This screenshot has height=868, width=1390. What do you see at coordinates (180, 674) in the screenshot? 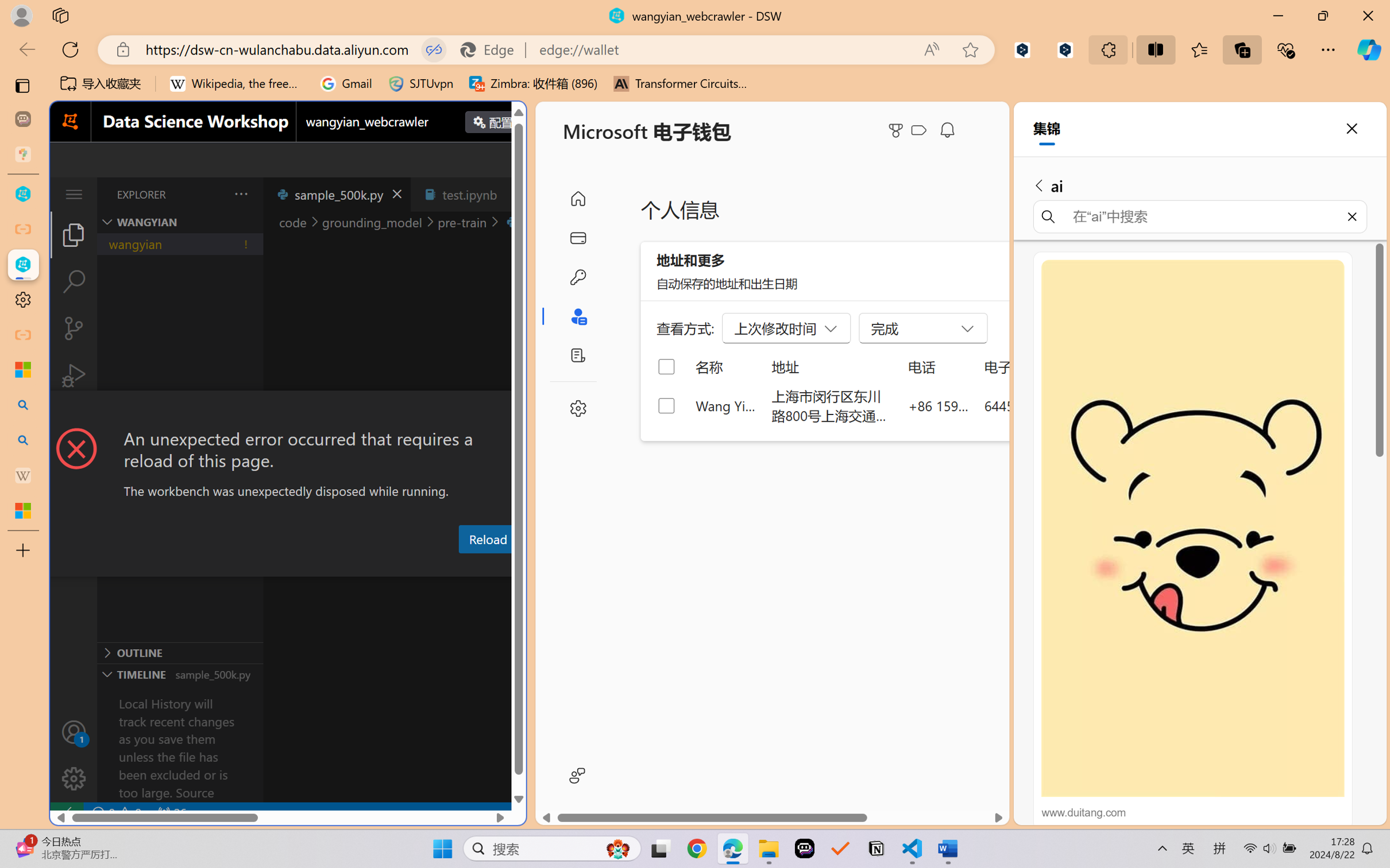
I see `'Timeline Section'` at bounding box center [180, 674].